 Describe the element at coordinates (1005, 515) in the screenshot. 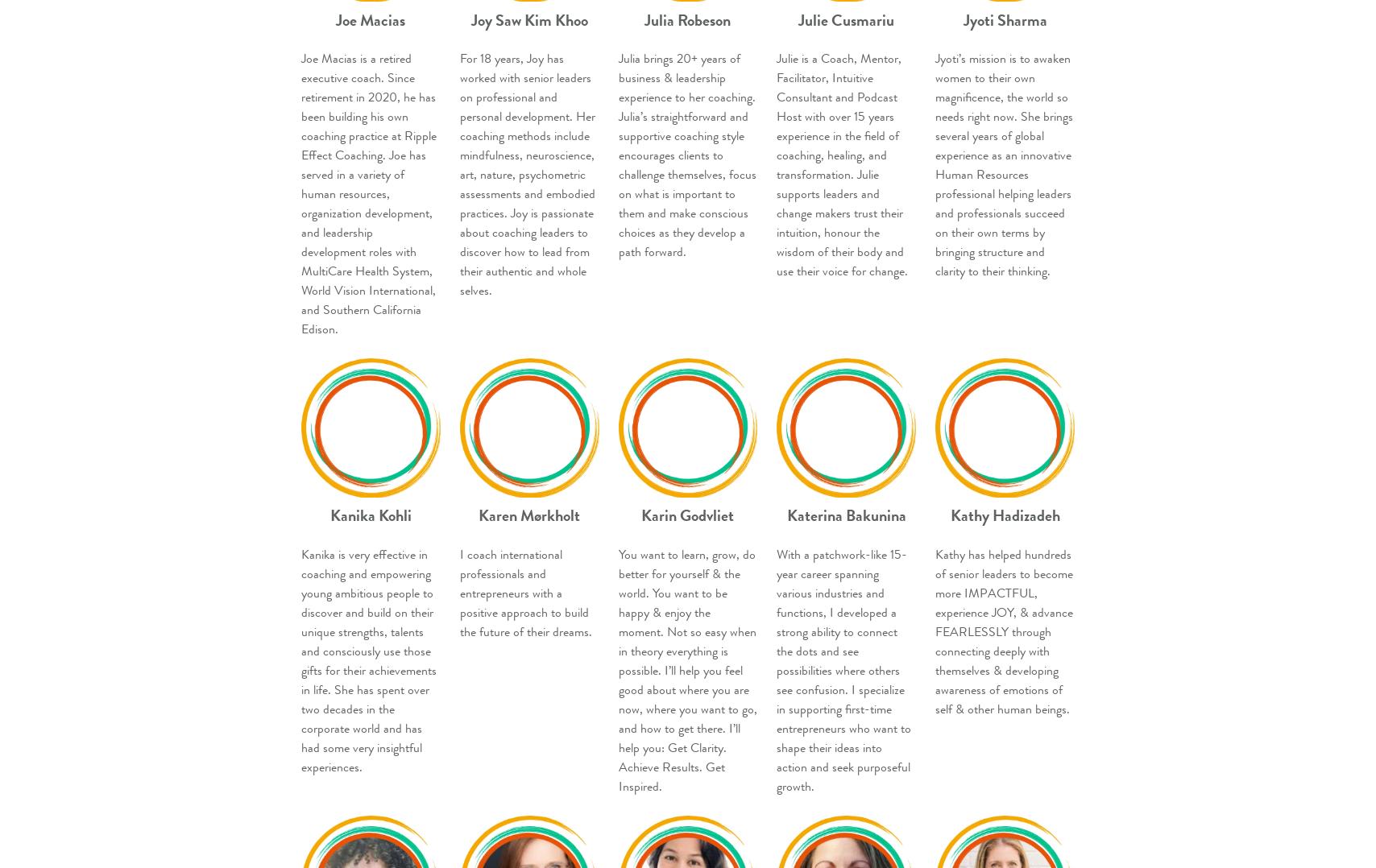

I see `'Kathy Hadizadeh'` at that location.